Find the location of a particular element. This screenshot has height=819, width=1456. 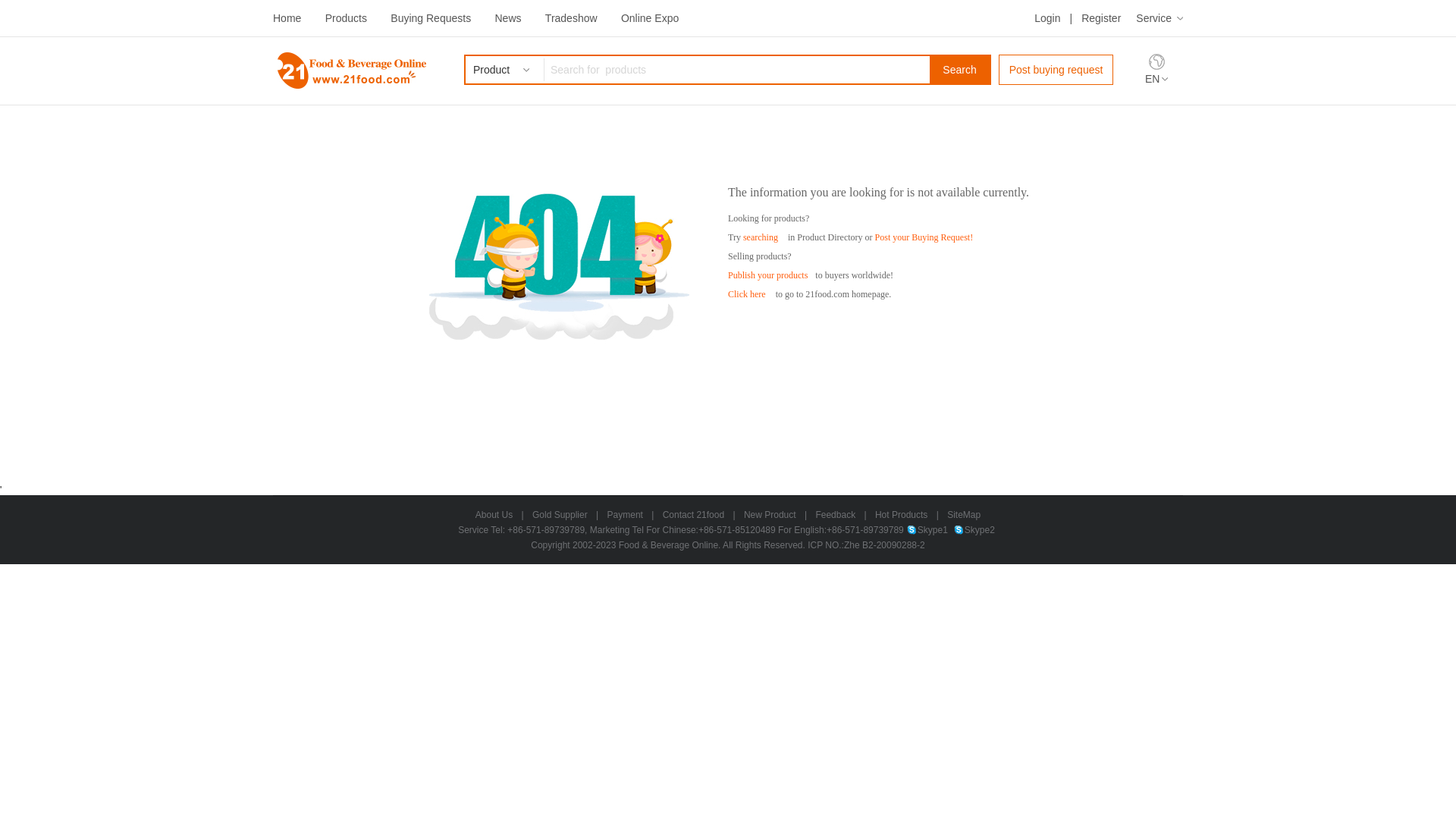

'Home' is located at coordinates (287, 17).